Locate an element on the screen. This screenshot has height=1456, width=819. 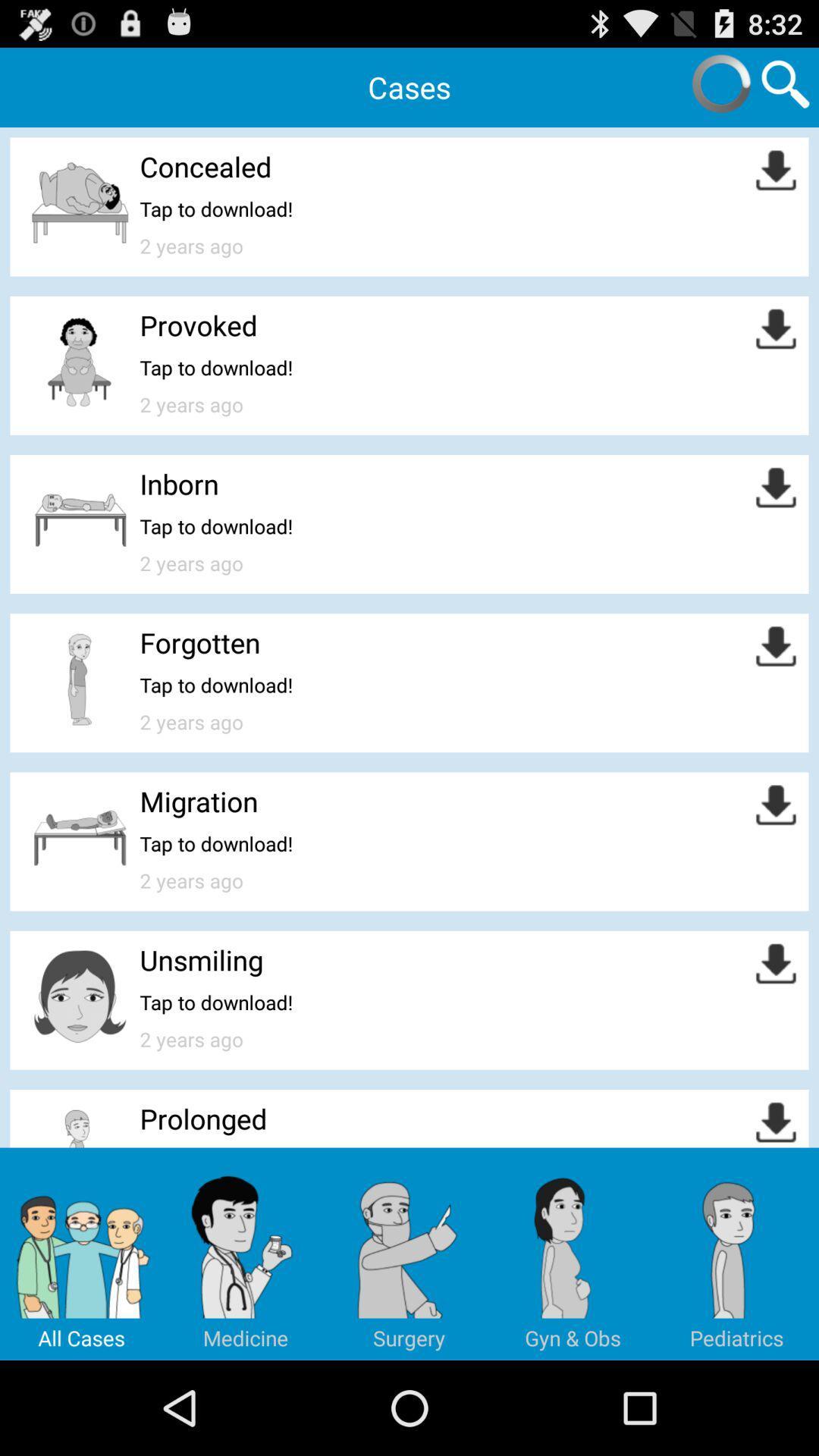
prolonged is located at coordinates (202, 1119).